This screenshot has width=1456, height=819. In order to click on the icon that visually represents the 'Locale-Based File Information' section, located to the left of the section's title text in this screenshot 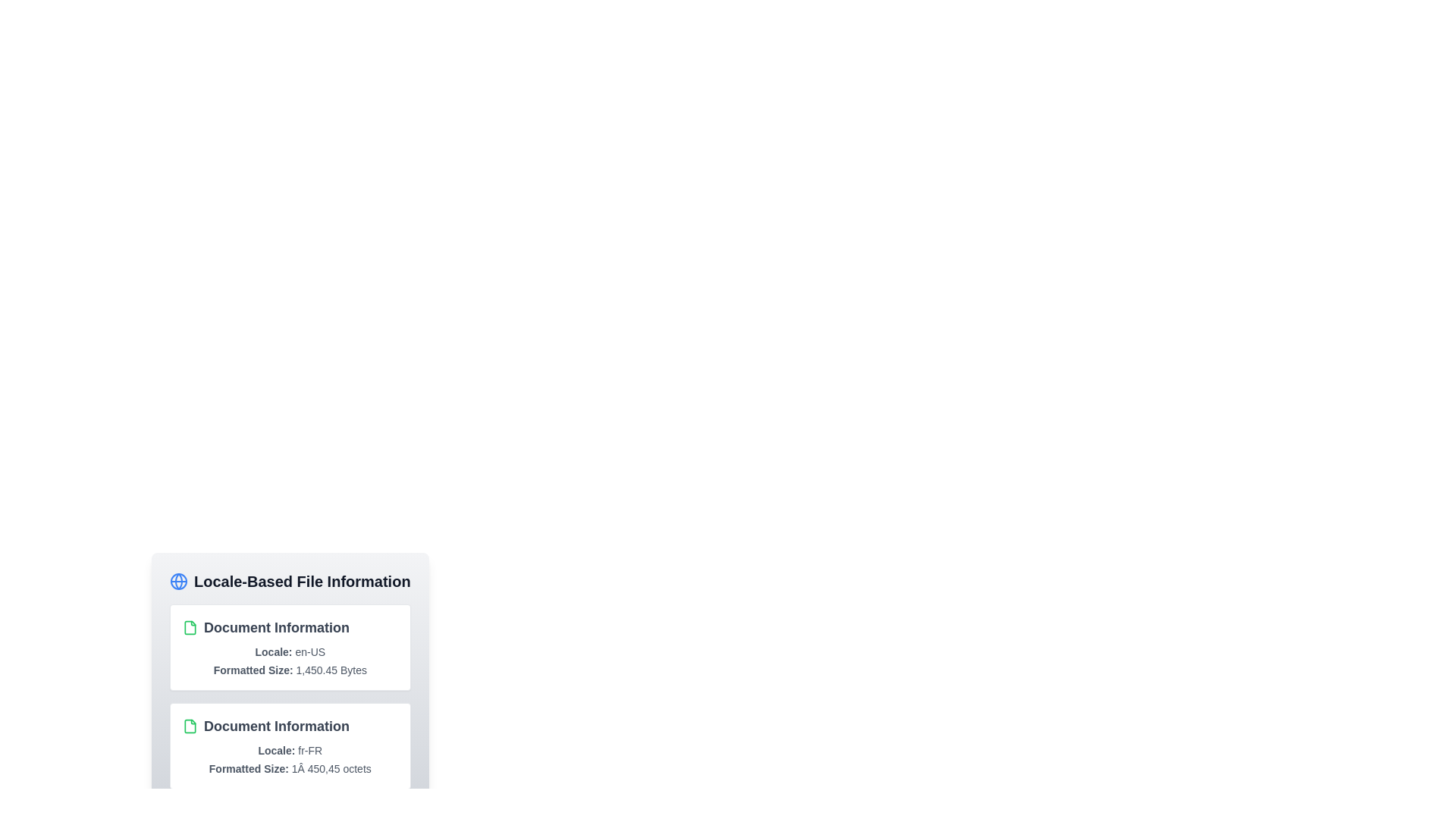, I will do `click(178, 581)`.